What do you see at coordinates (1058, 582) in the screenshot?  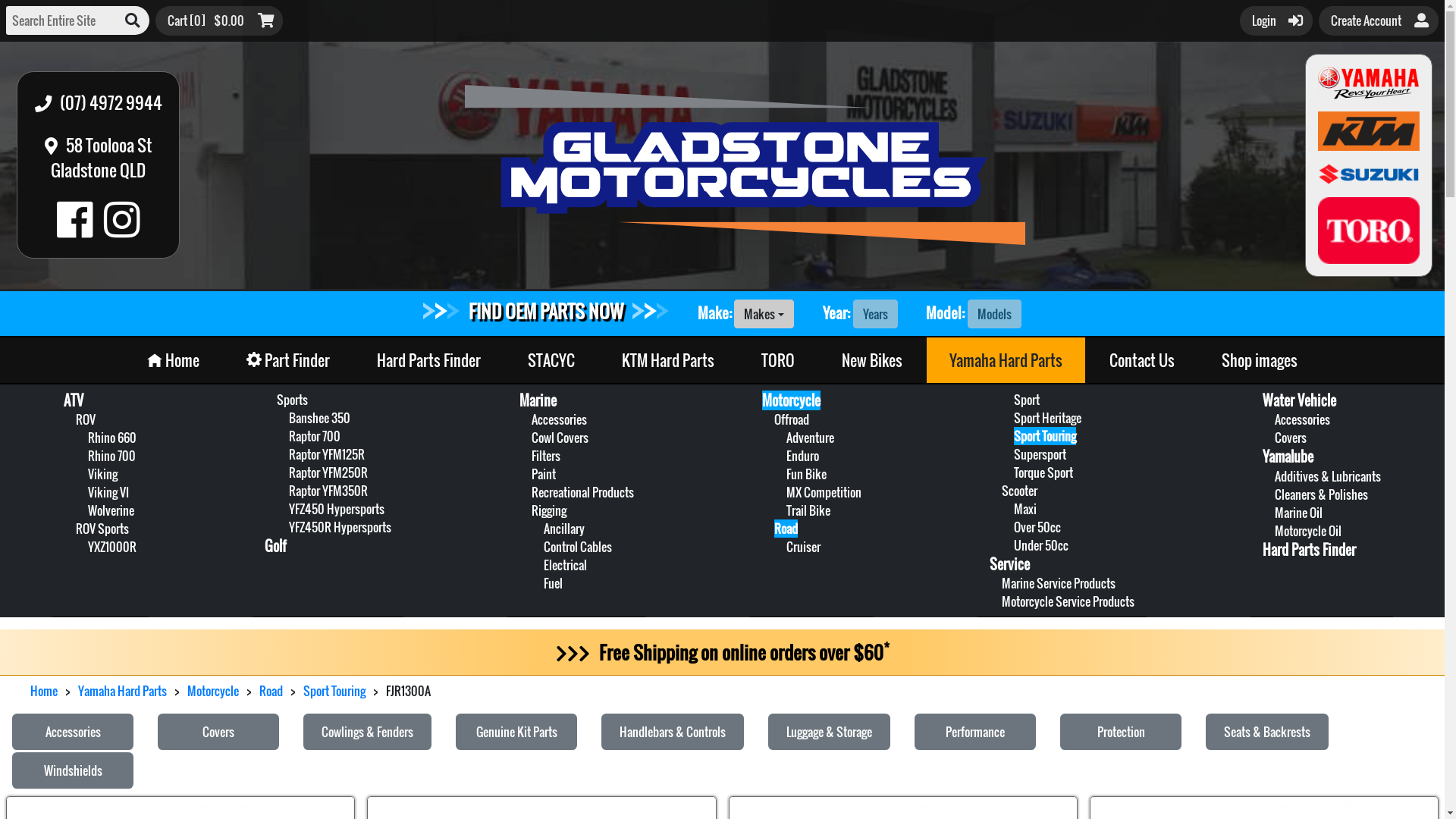 I see `'Marine Service Products'` at bounding box center [1058, 582].